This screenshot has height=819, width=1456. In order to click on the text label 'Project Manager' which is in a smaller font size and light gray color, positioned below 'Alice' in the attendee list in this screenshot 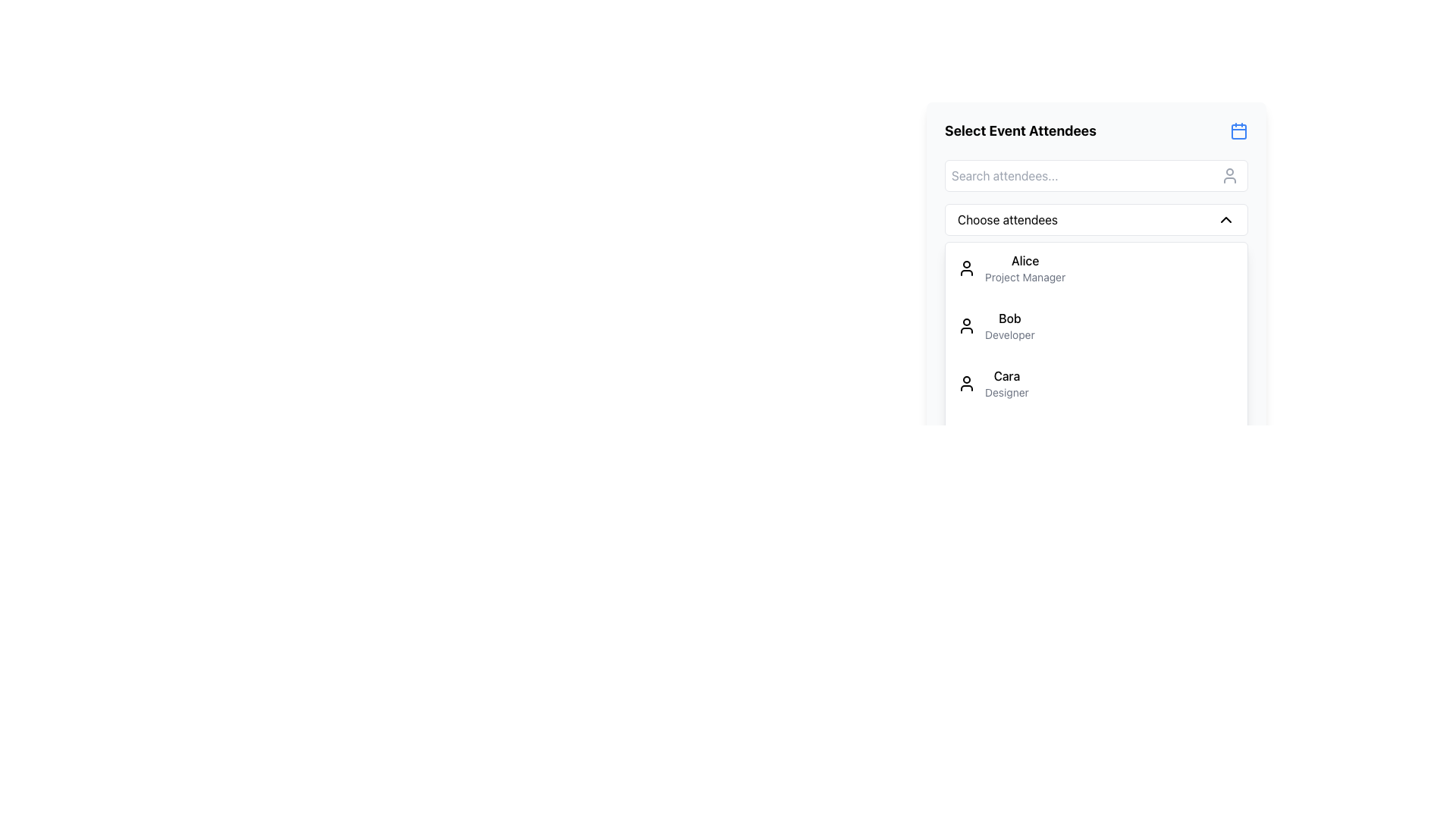, I will do `click(1025, 278)`.